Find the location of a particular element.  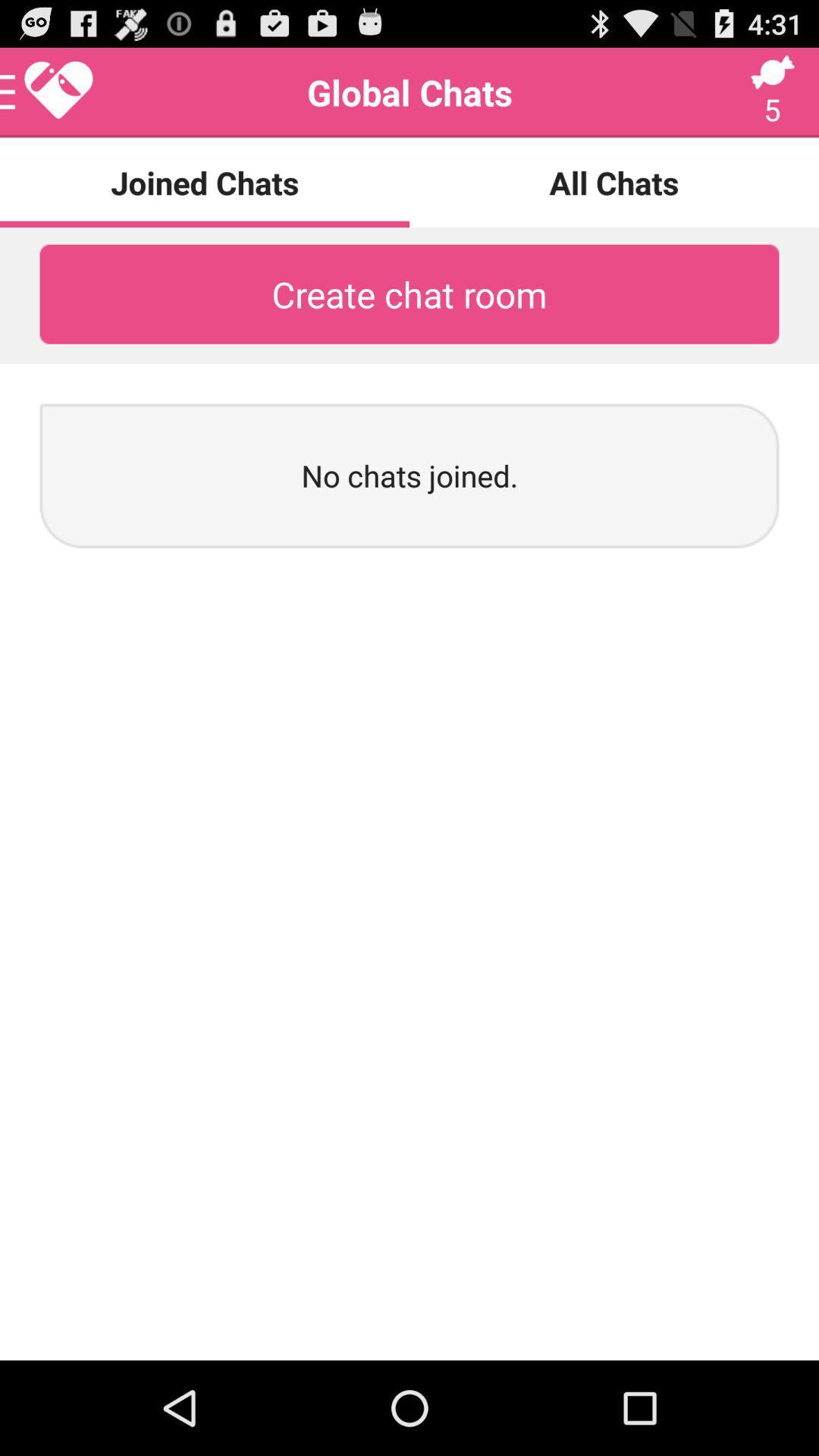

the icon below the global chats icon is located at coordinates (614, 182).